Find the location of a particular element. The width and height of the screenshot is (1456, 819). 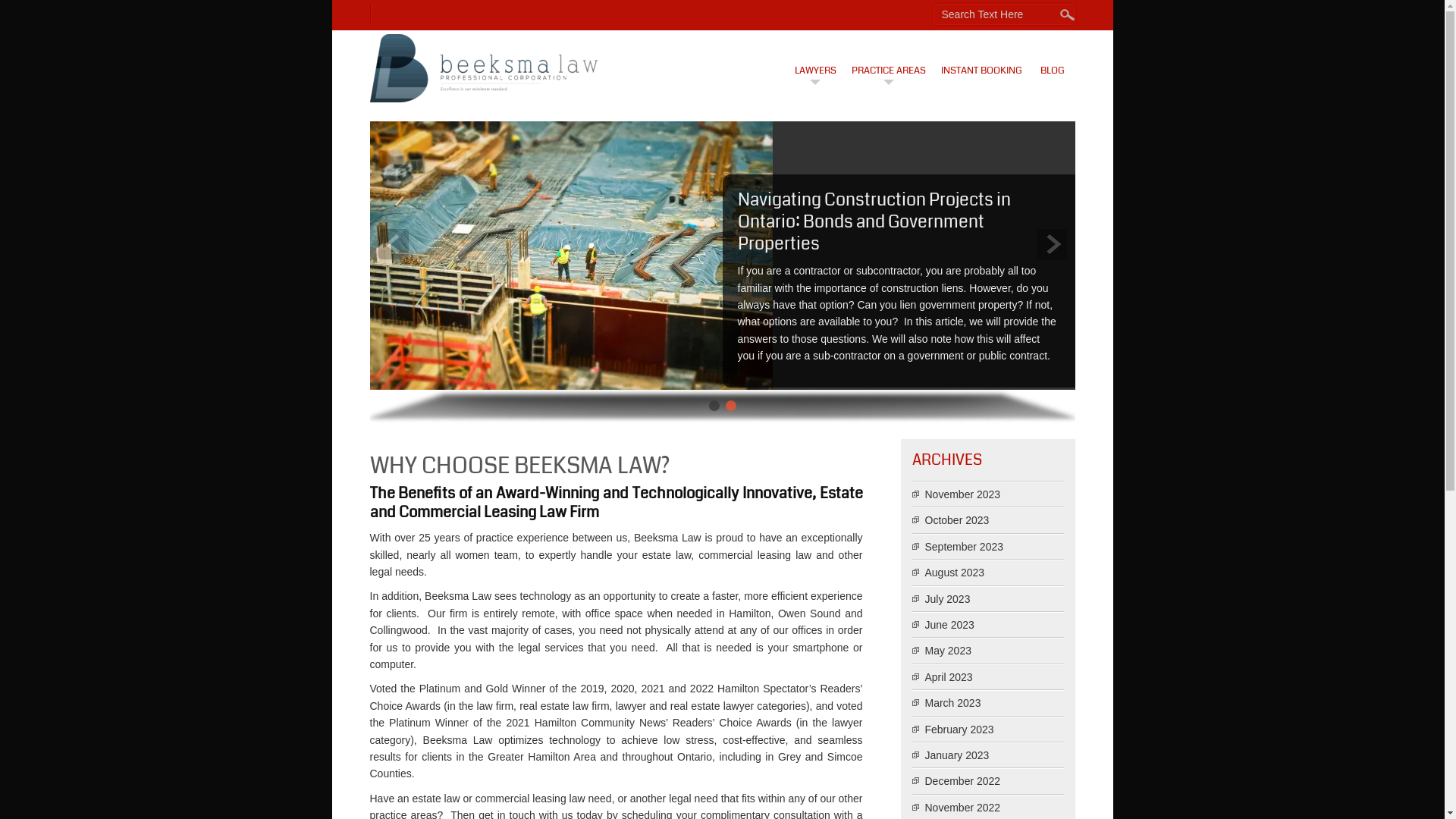

'INSTANT BOOKING' is located at coordinates (981, 60).